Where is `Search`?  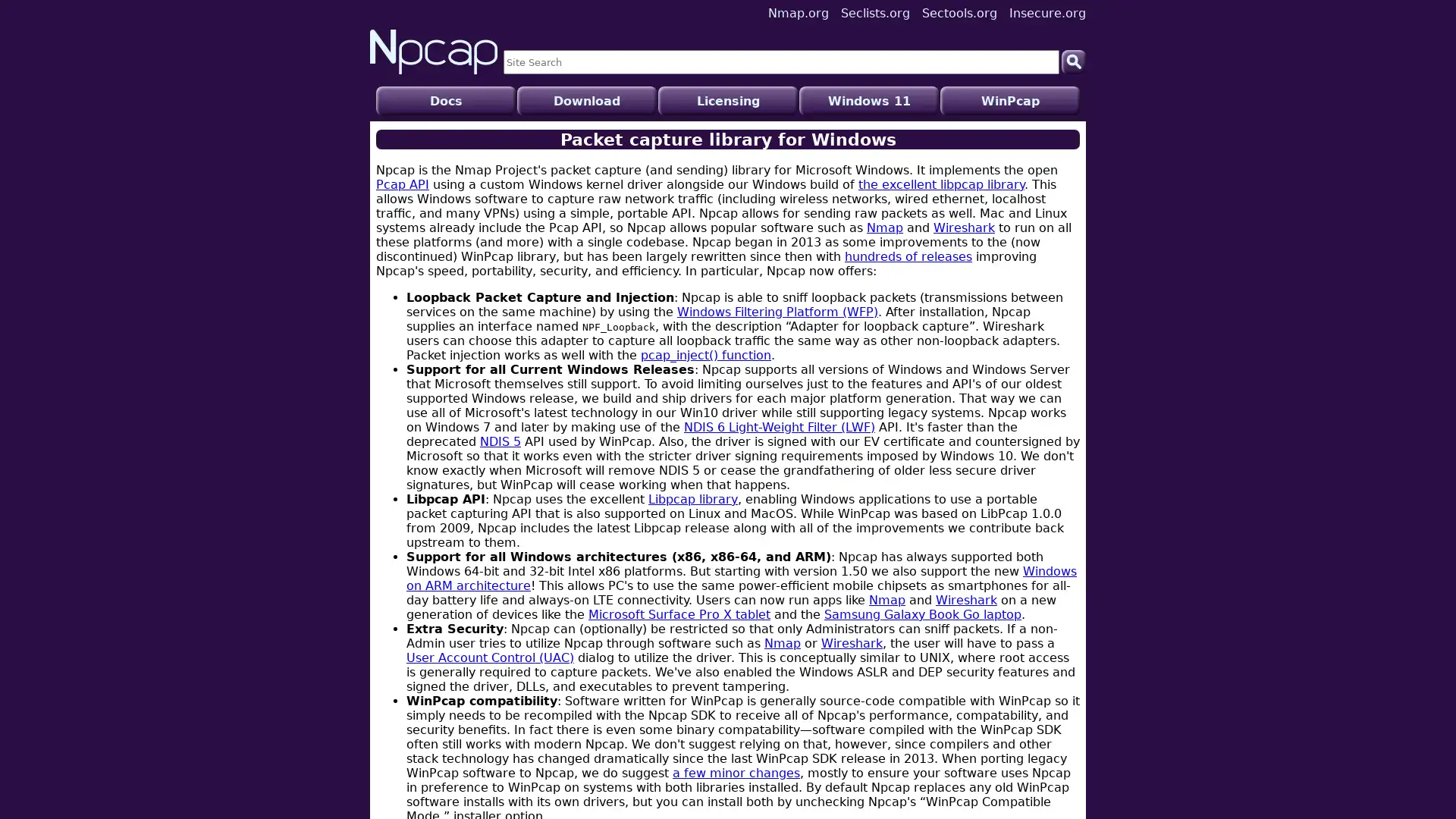
Search is located at coordinates (1073, 61).